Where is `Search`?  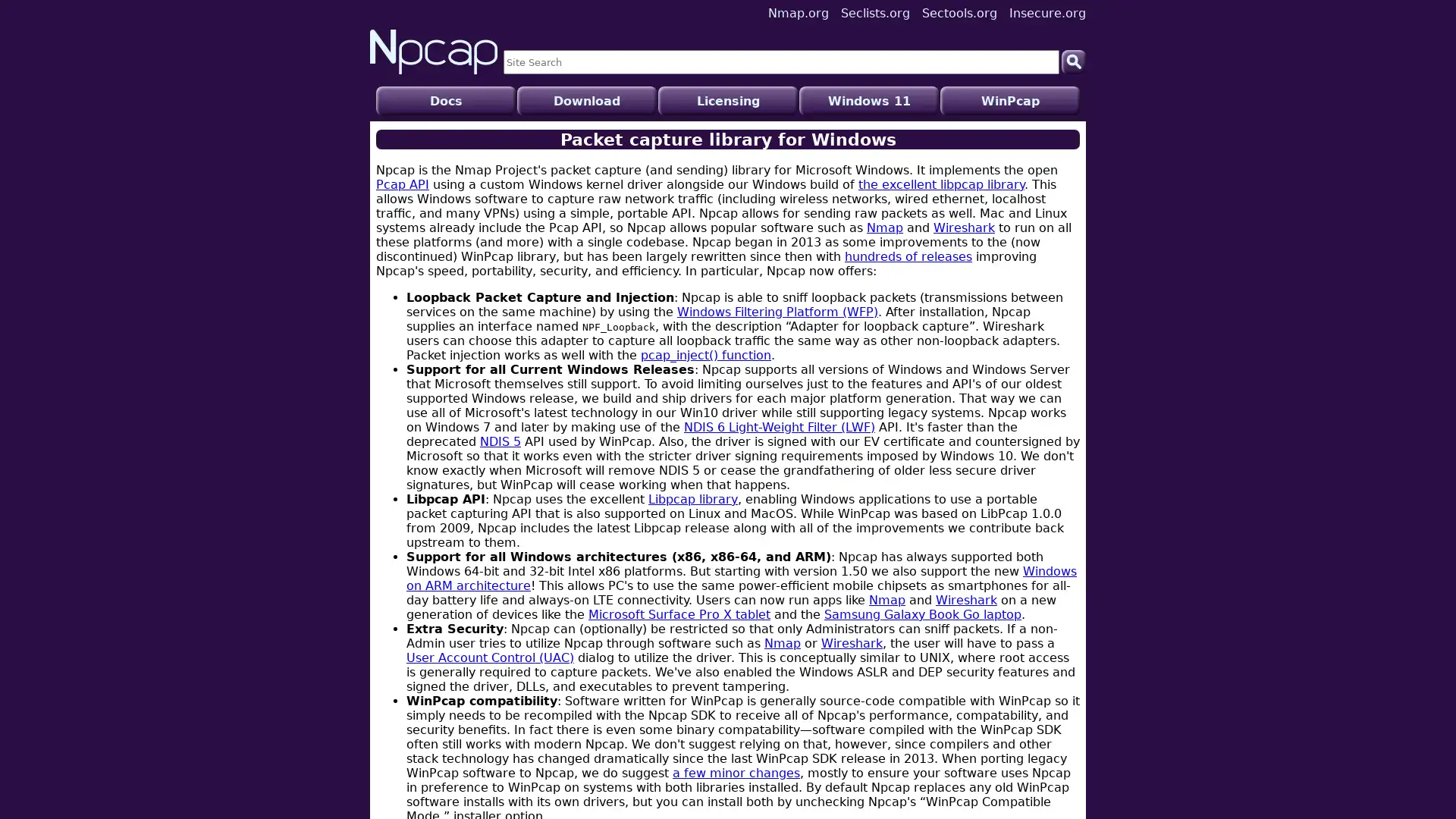
Search is located at coordinates (1073, 61).